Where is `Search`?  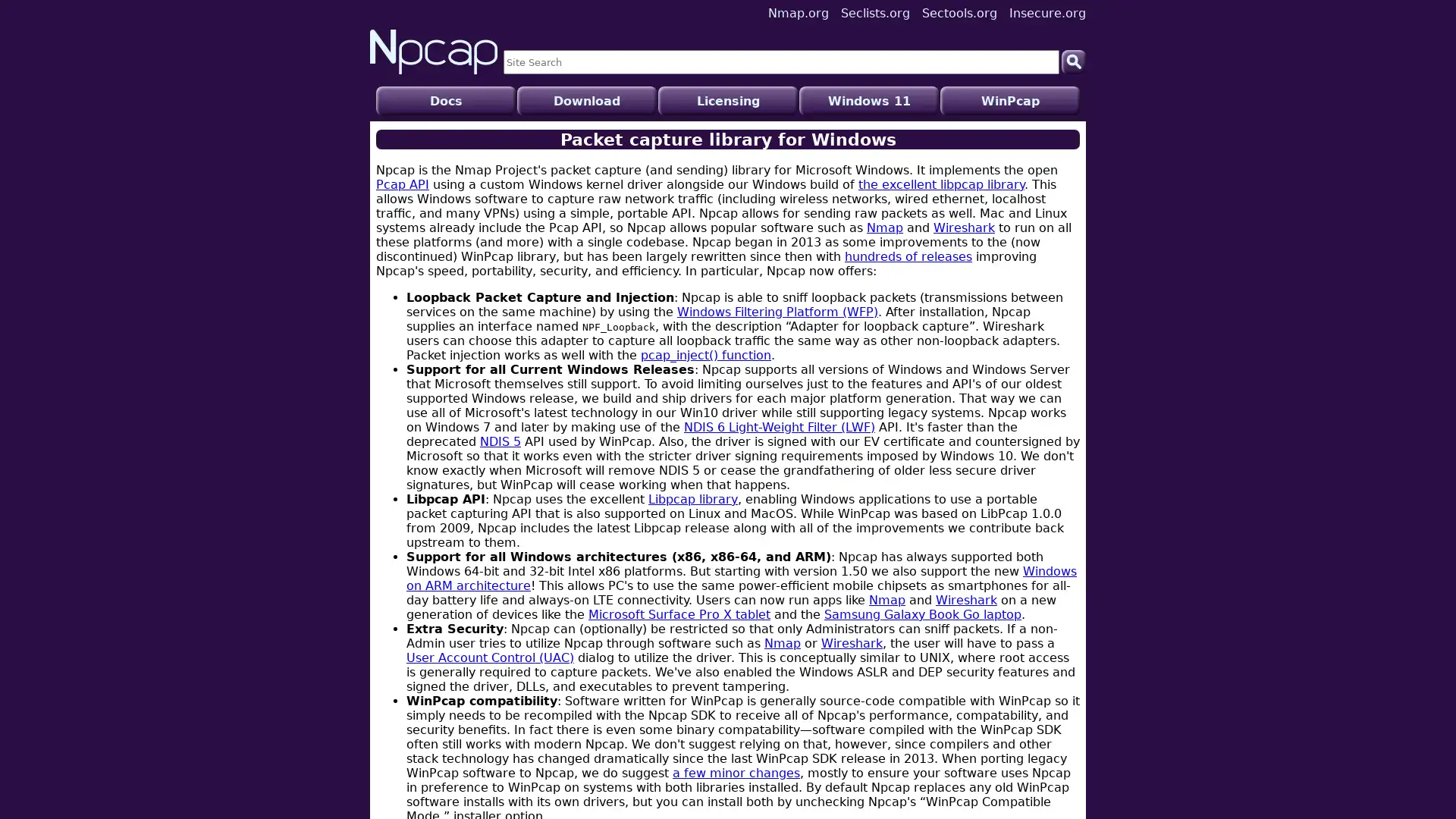
Search is located at coordinates (1073, 61).